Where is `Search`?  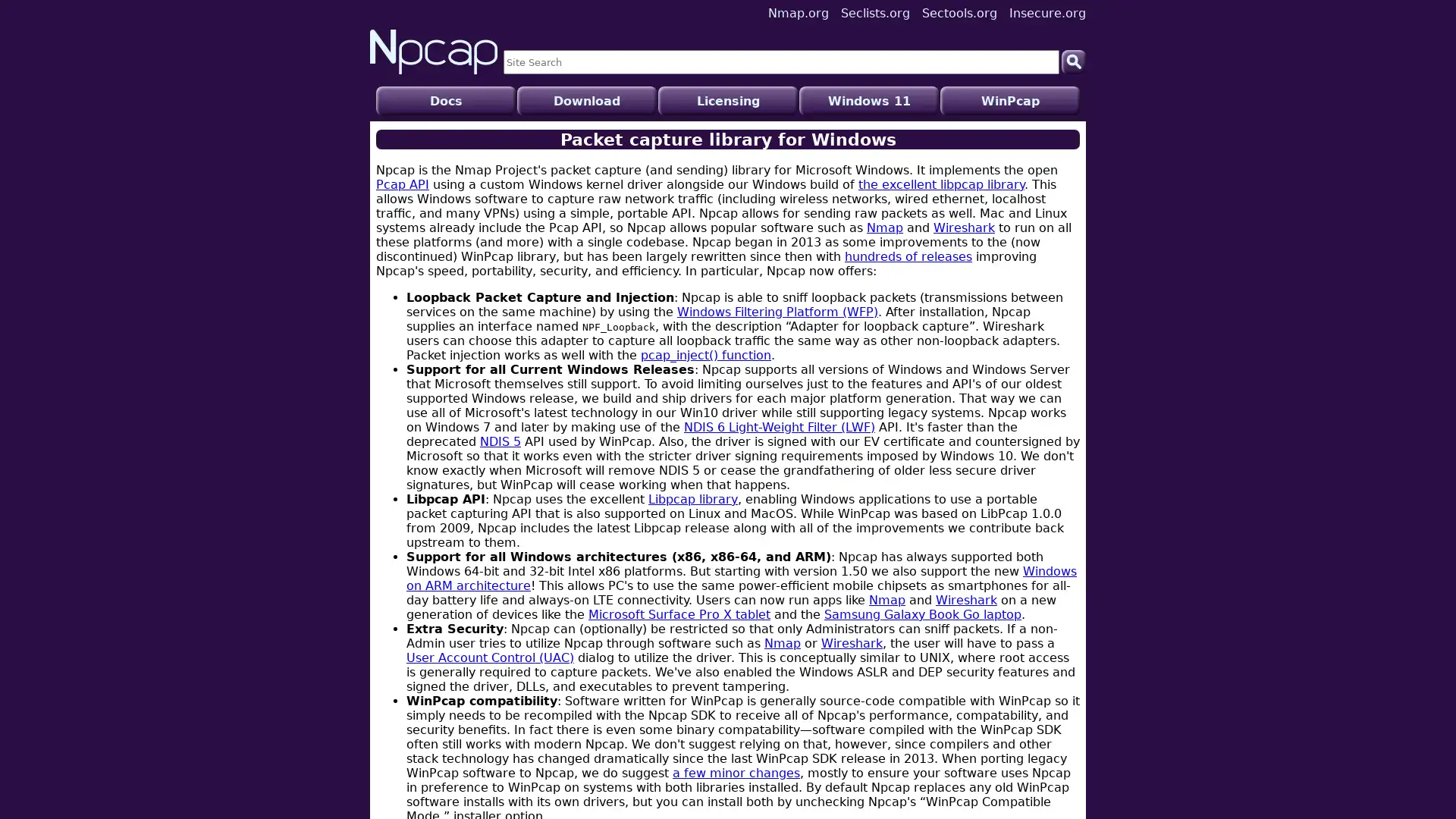
Search is located at coordinates (1073, 61).